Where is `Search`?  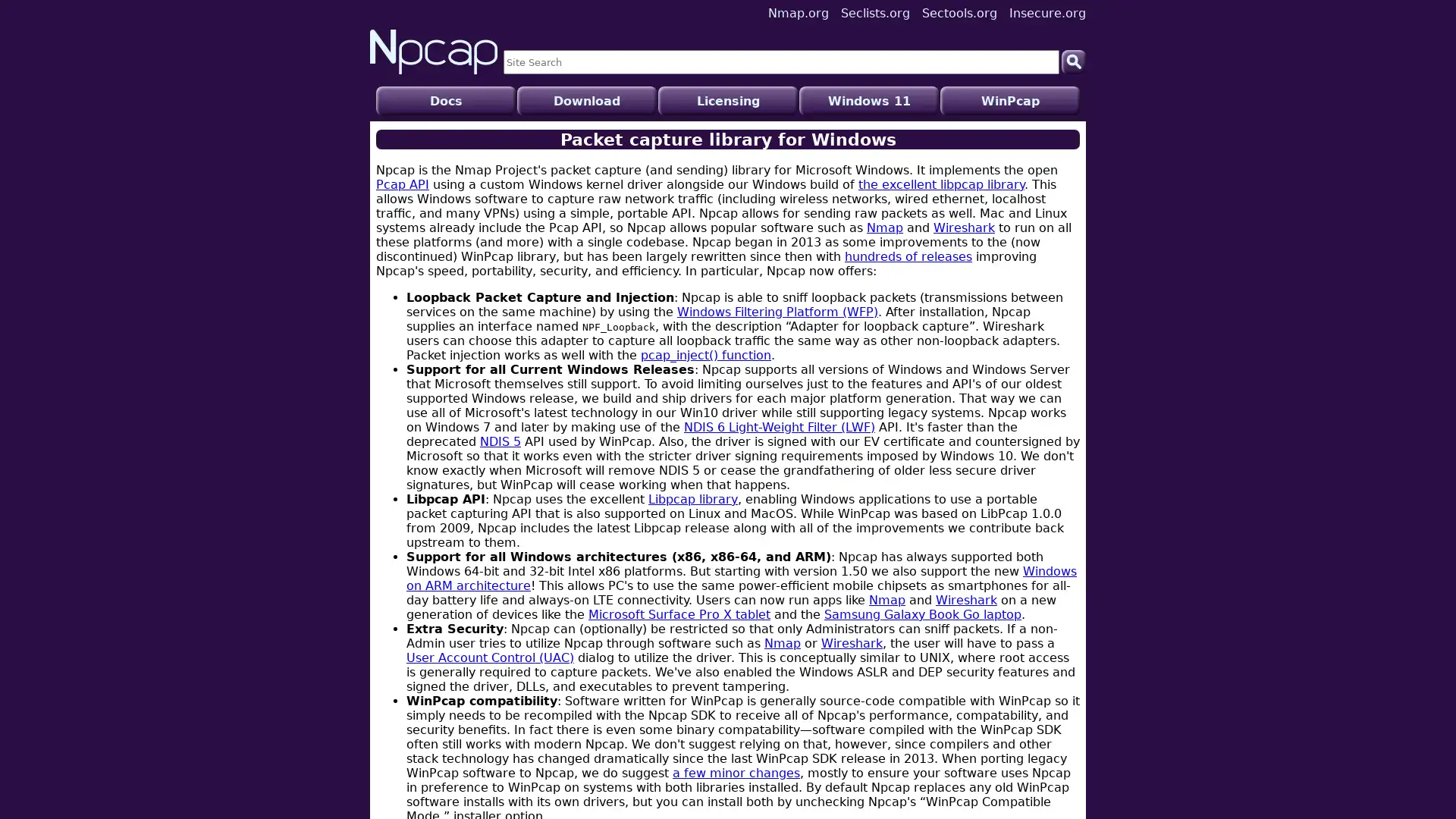
Search is located at coordinates (1073, 61).